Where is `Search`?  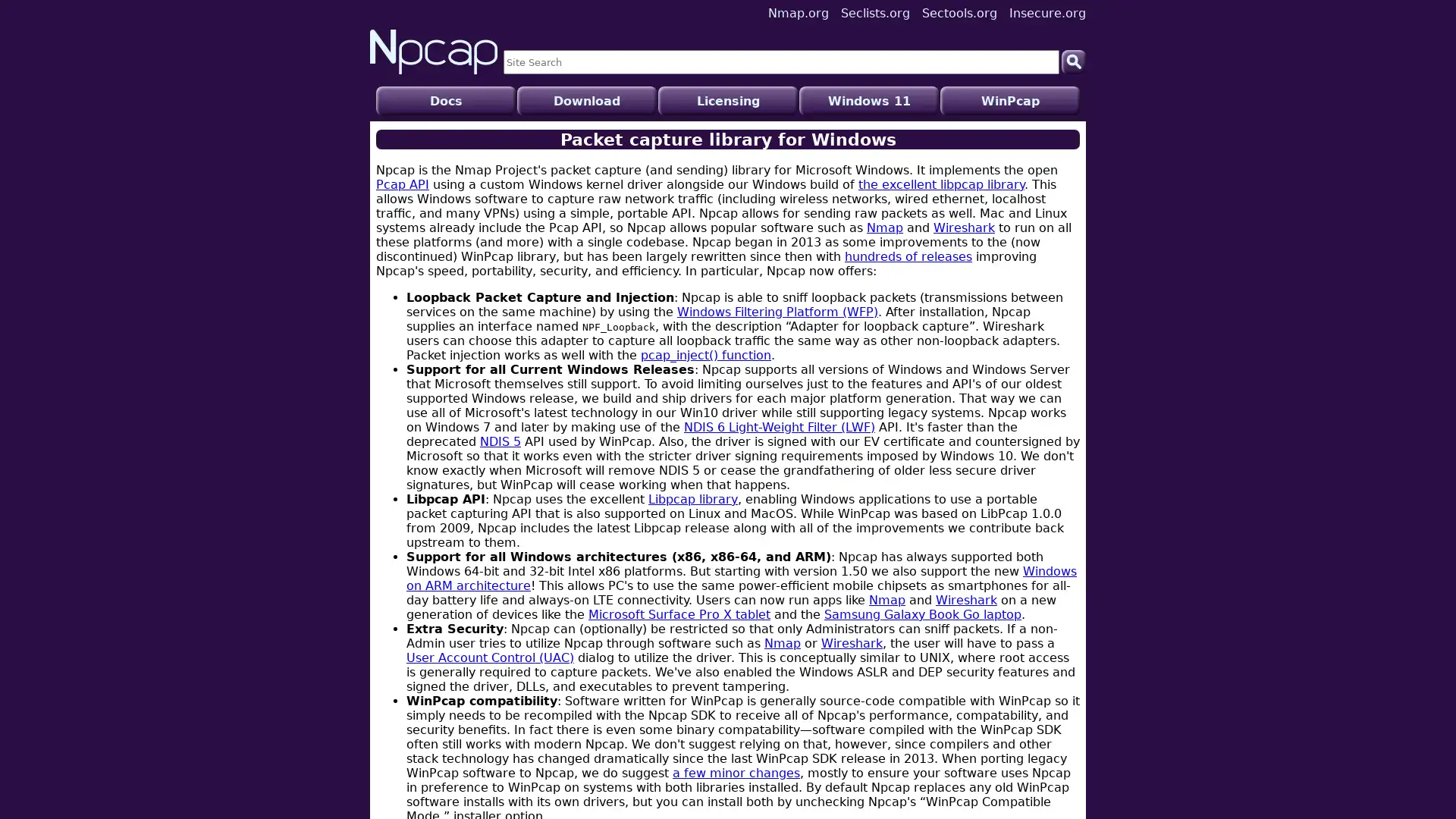
Search is located at coordinates (1073, 61).